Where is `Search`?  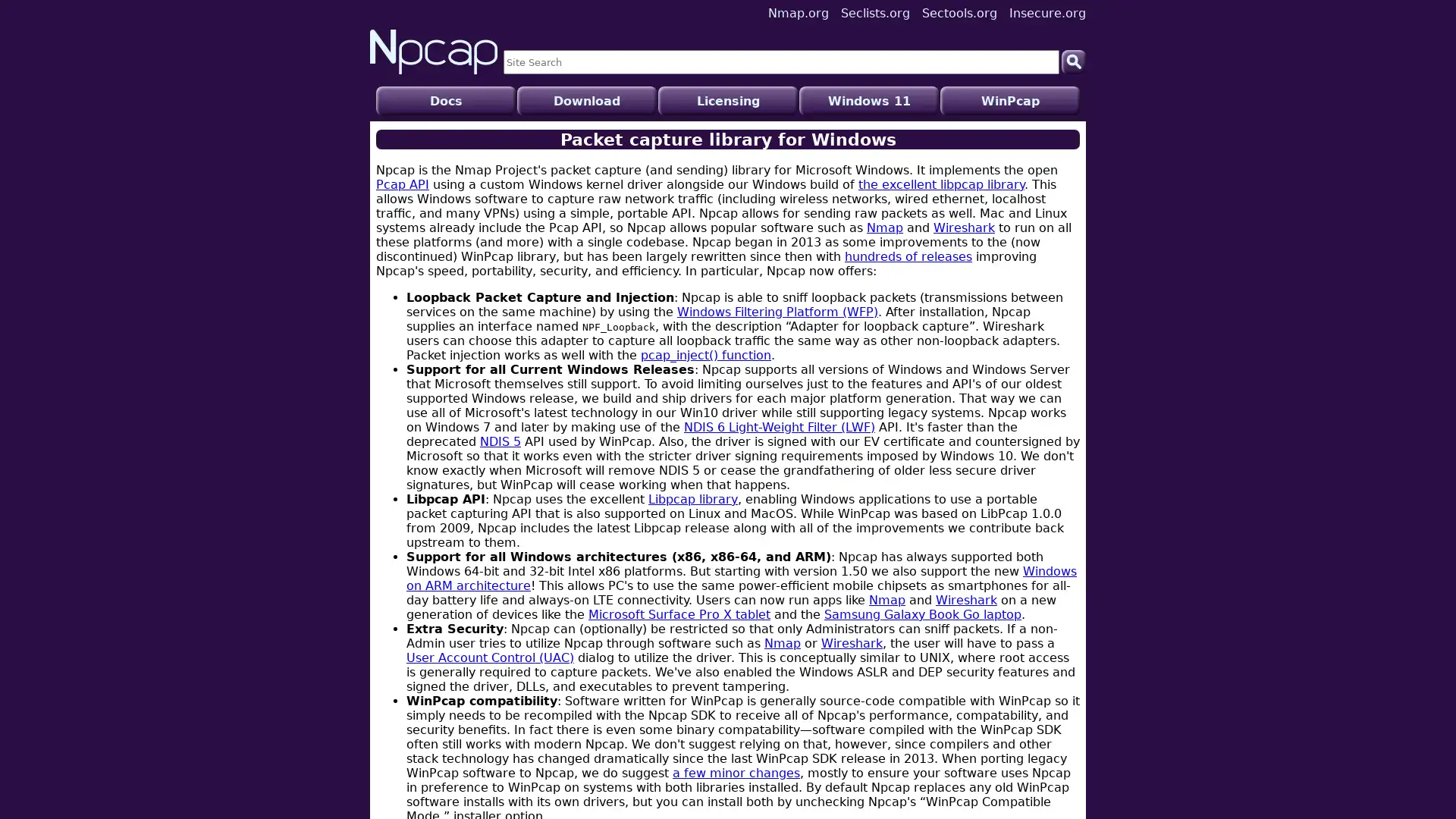
Search is located at coordinates (1073, 61).